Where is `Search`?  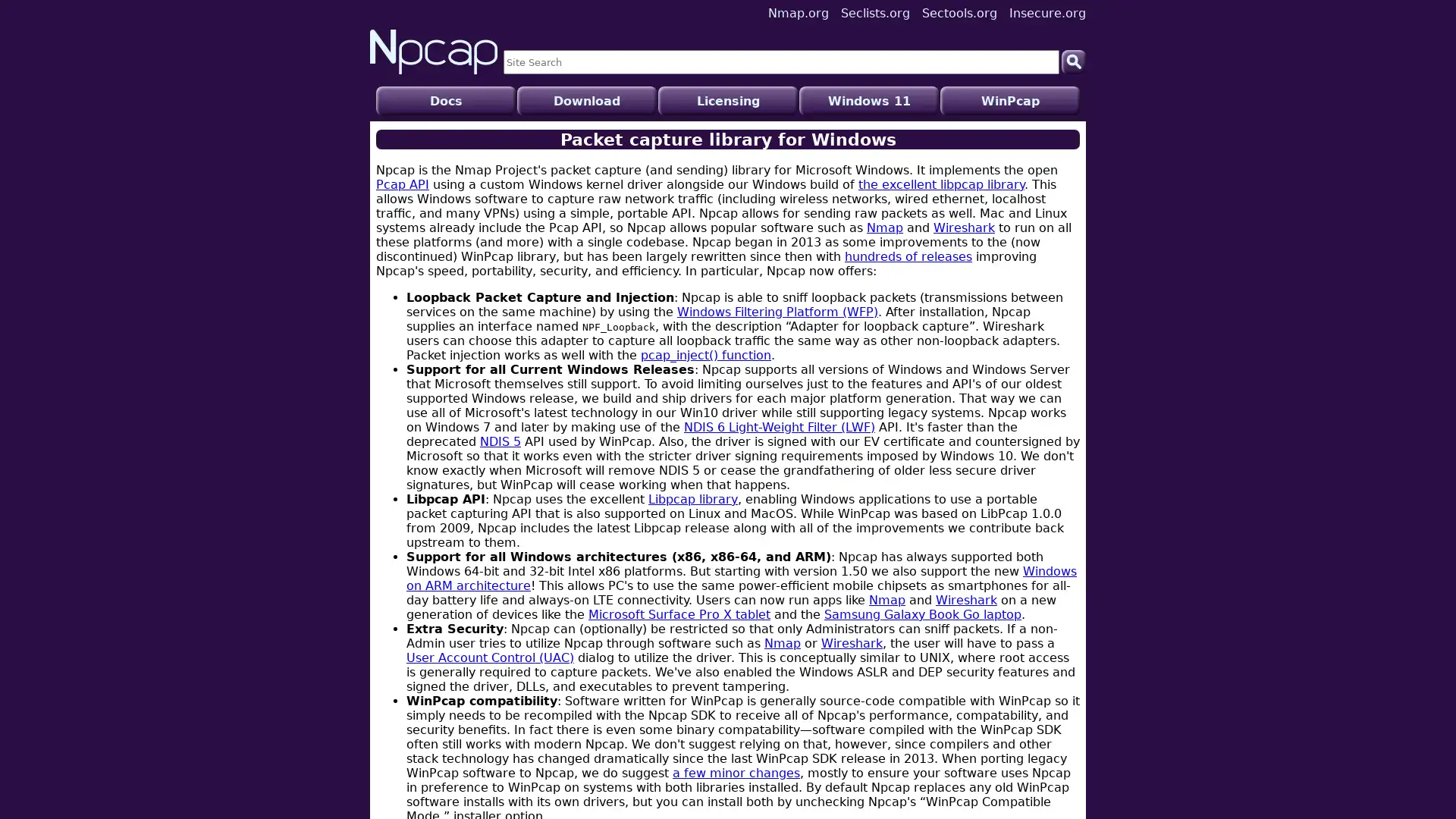
Search is located at coordinates (1073, 61).